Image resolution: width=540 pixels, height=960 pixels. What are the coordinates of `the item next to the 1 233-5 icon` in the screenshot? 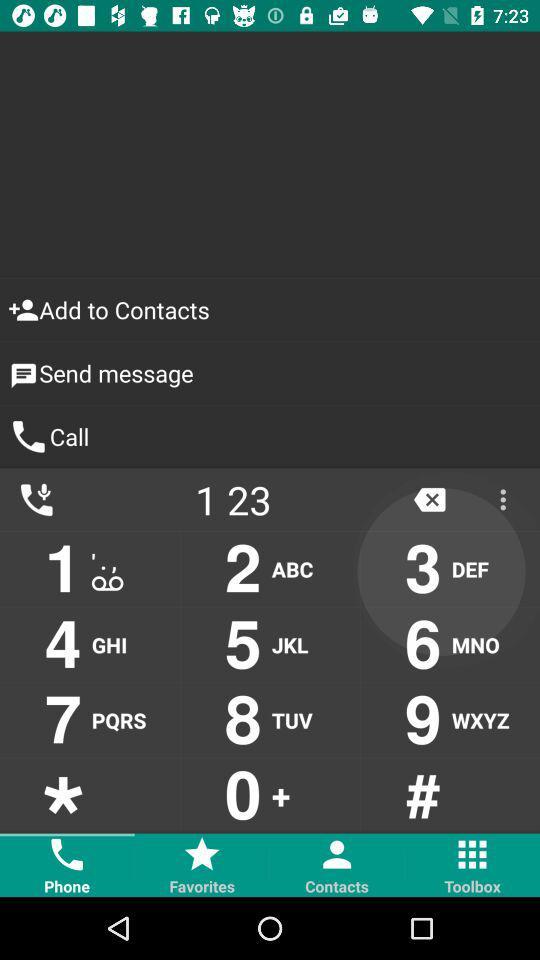 It's located at (428, 498).